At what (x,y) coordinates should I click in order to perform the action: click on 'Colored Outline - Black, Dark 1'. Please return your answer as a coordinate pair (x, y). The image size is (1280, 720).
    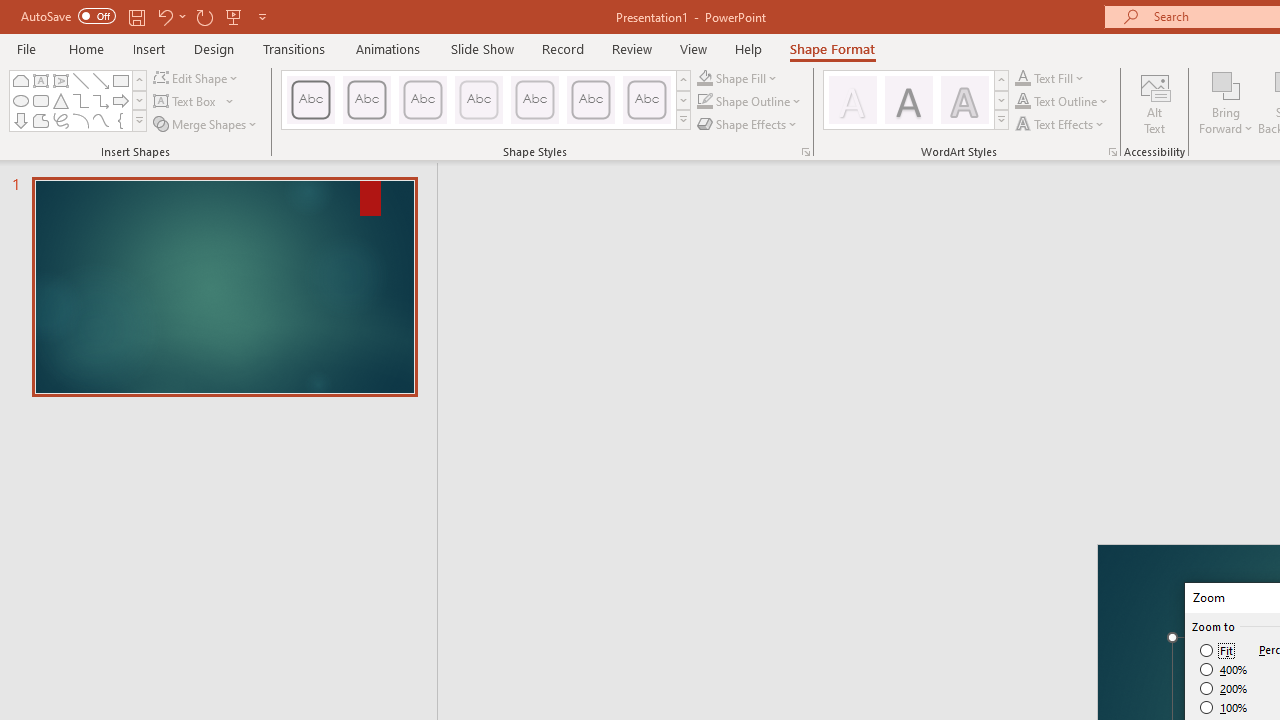
    Looking at the image, I should click on (310, 100).